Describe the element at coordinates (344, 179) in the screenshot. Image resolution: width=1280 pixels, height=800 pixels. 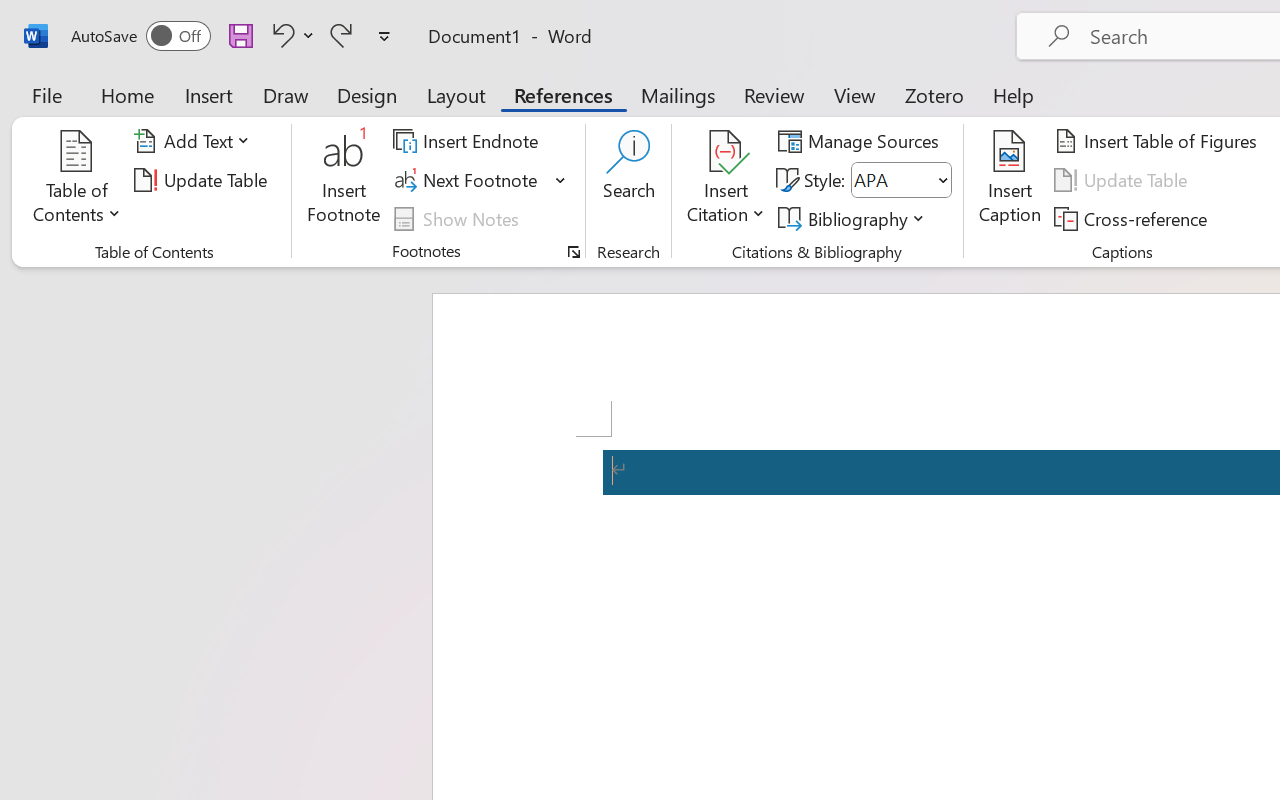
I see `'Insert Footnote'` at that location.